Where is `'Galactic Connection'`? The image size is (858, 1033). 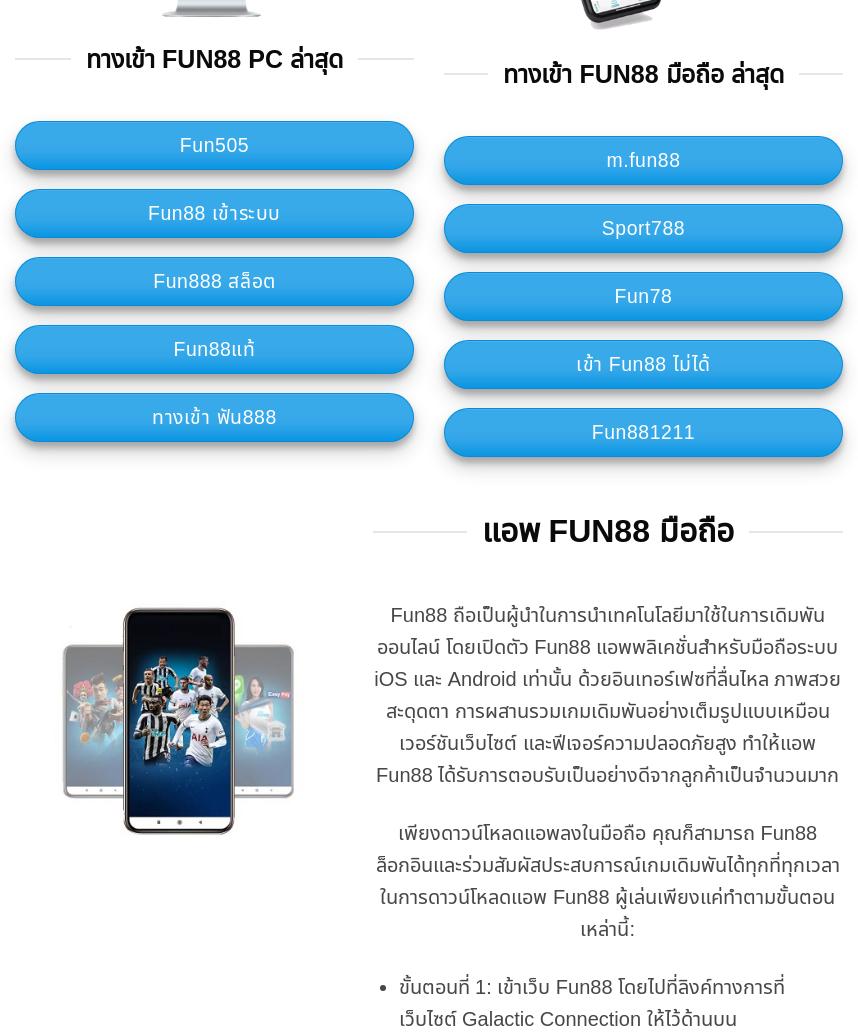
'Galactic Connection' is located at coordinates (551, 1017).